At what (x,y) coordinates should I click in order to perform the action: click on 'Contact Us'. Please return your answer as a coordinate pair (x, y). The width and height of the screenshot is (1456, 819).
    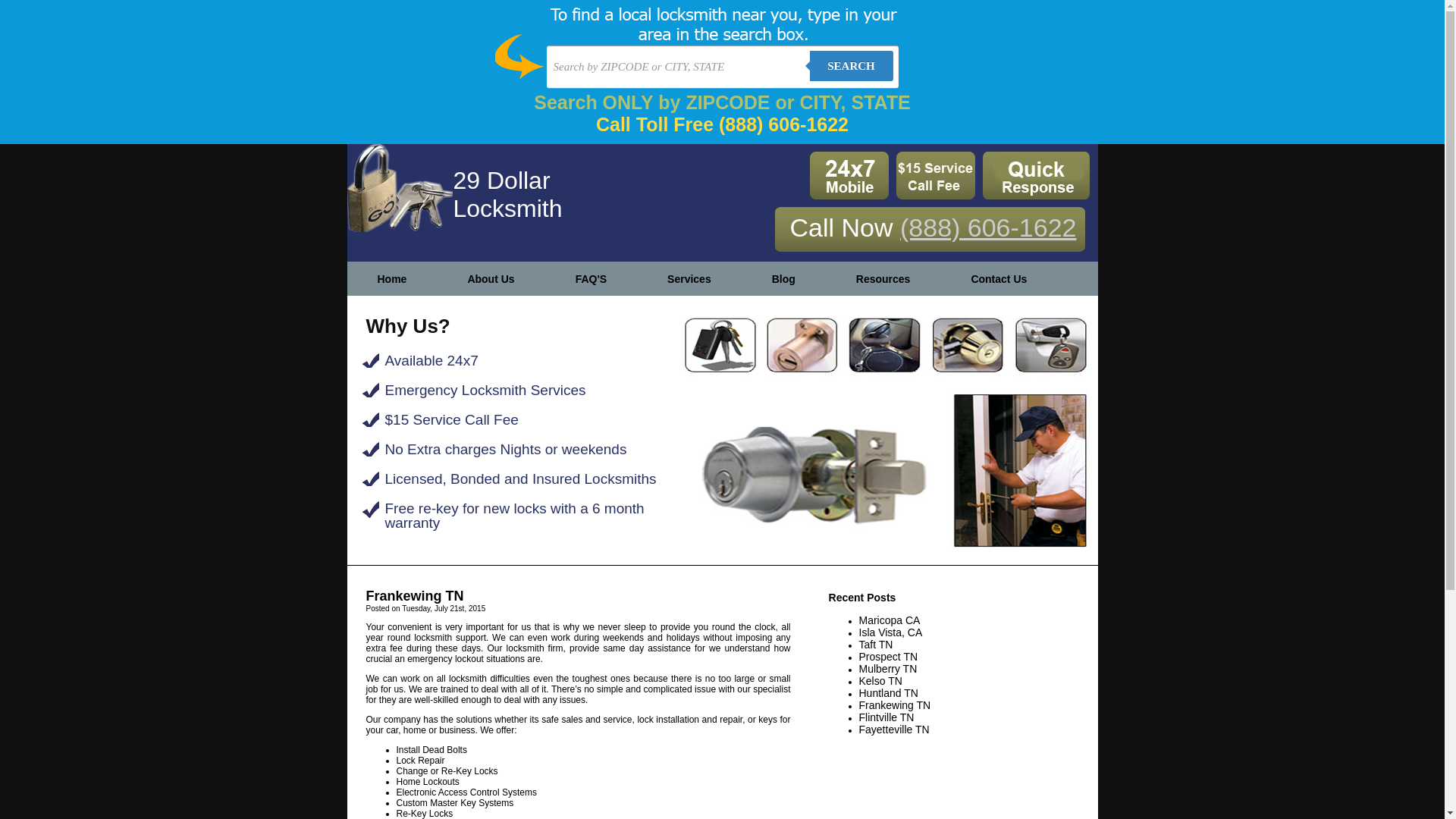
    Looking at the image, I should click on (939, 278).